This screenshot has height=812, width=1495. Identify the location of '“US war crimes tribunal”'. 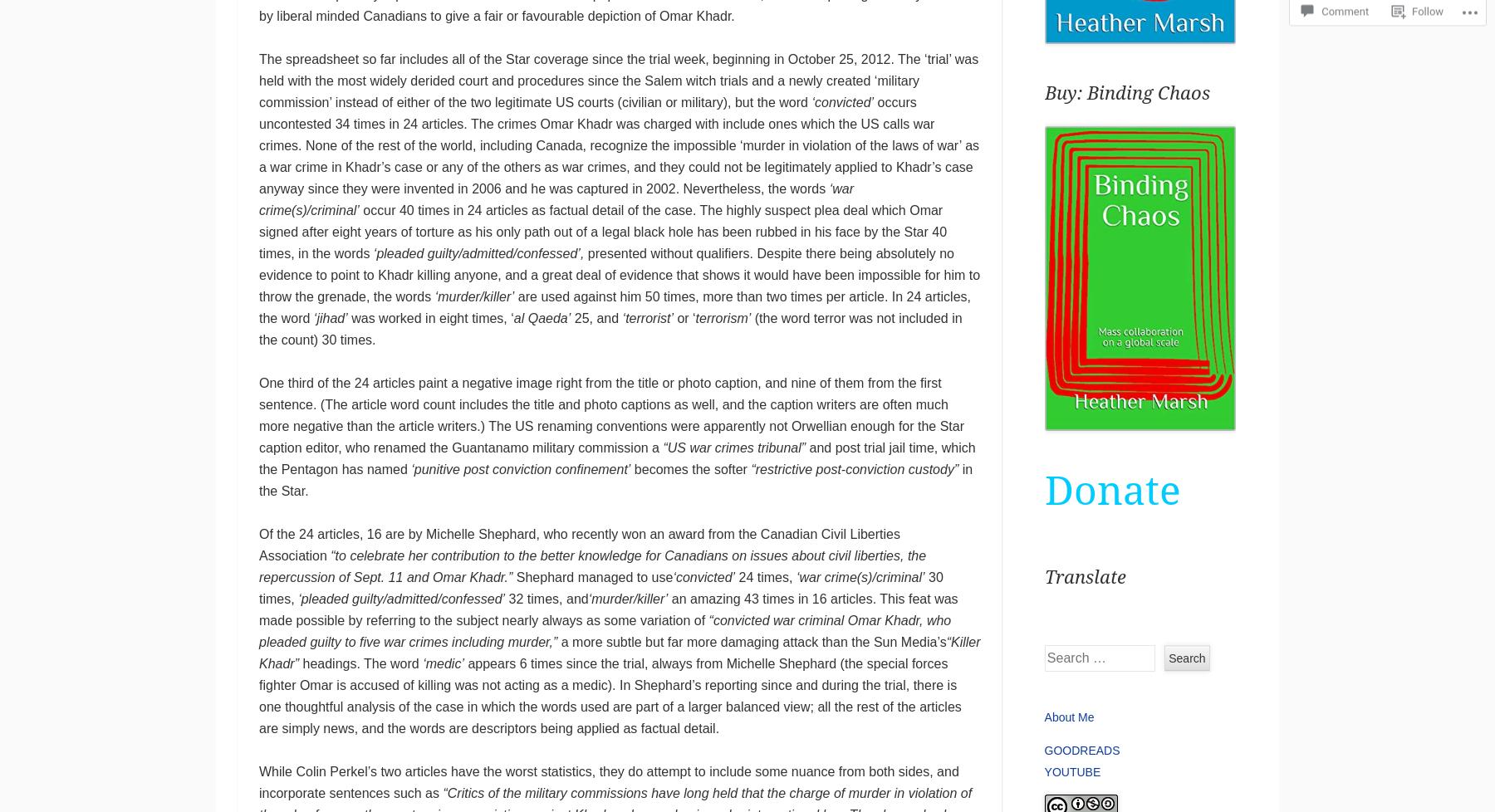
(733, 448).